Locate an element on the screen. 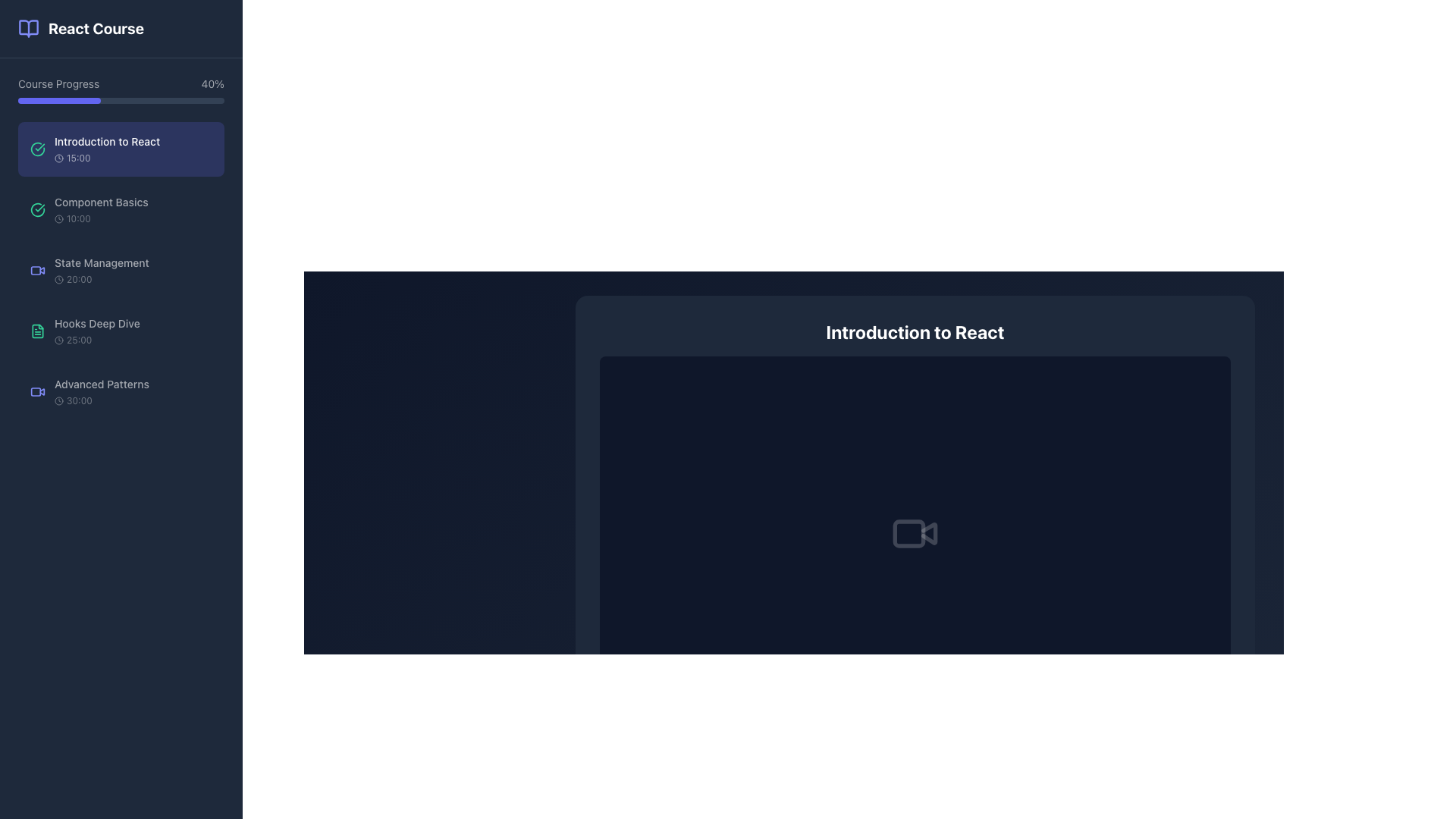 The width and height of the screenshot is (1456, 819). the Interactive list item for 'Component Basics' in the React Course is located at coordinates (120, 210).